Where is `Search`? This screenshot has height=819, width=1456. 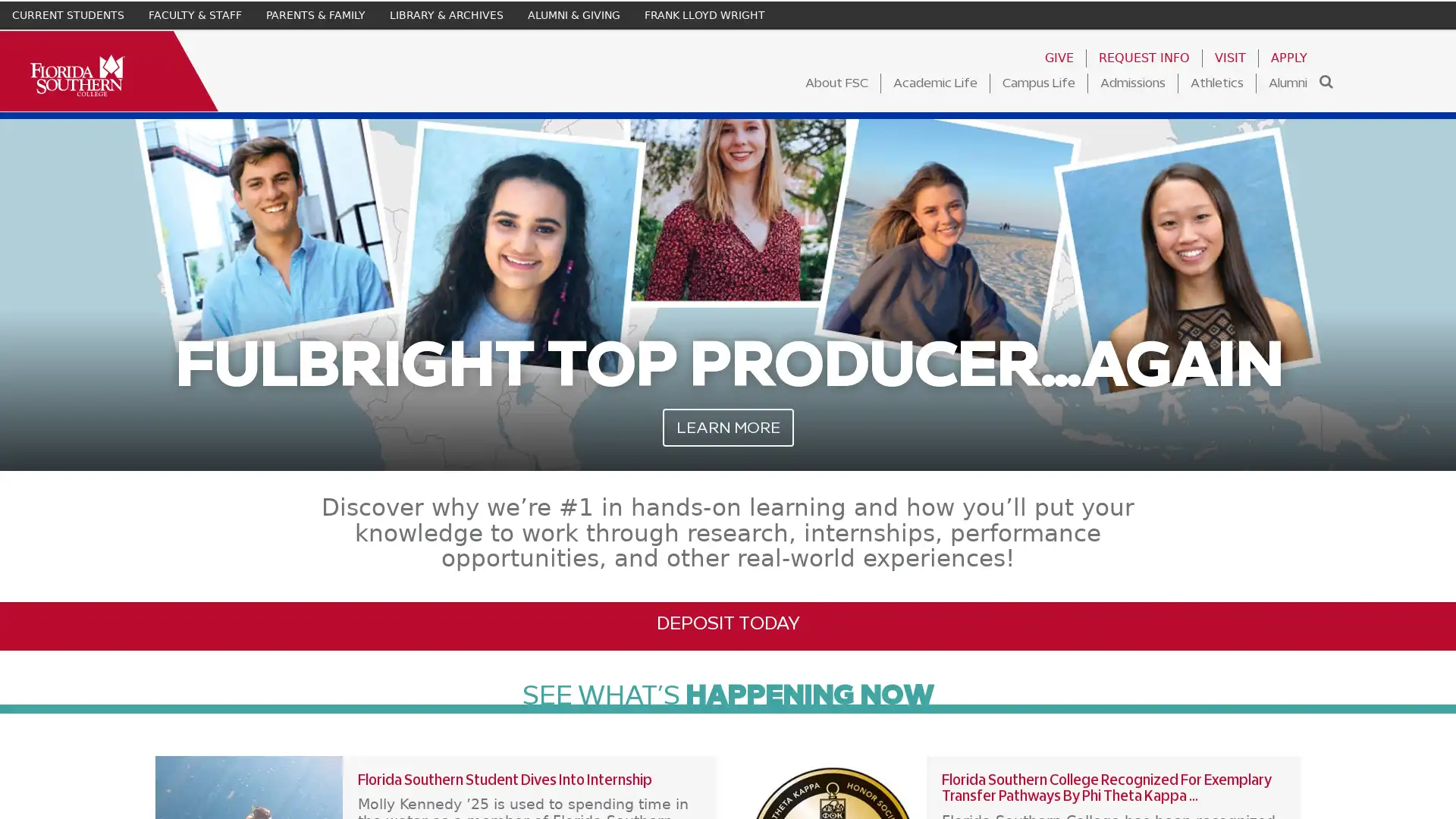
Search is located at coordinates (1379, 82).